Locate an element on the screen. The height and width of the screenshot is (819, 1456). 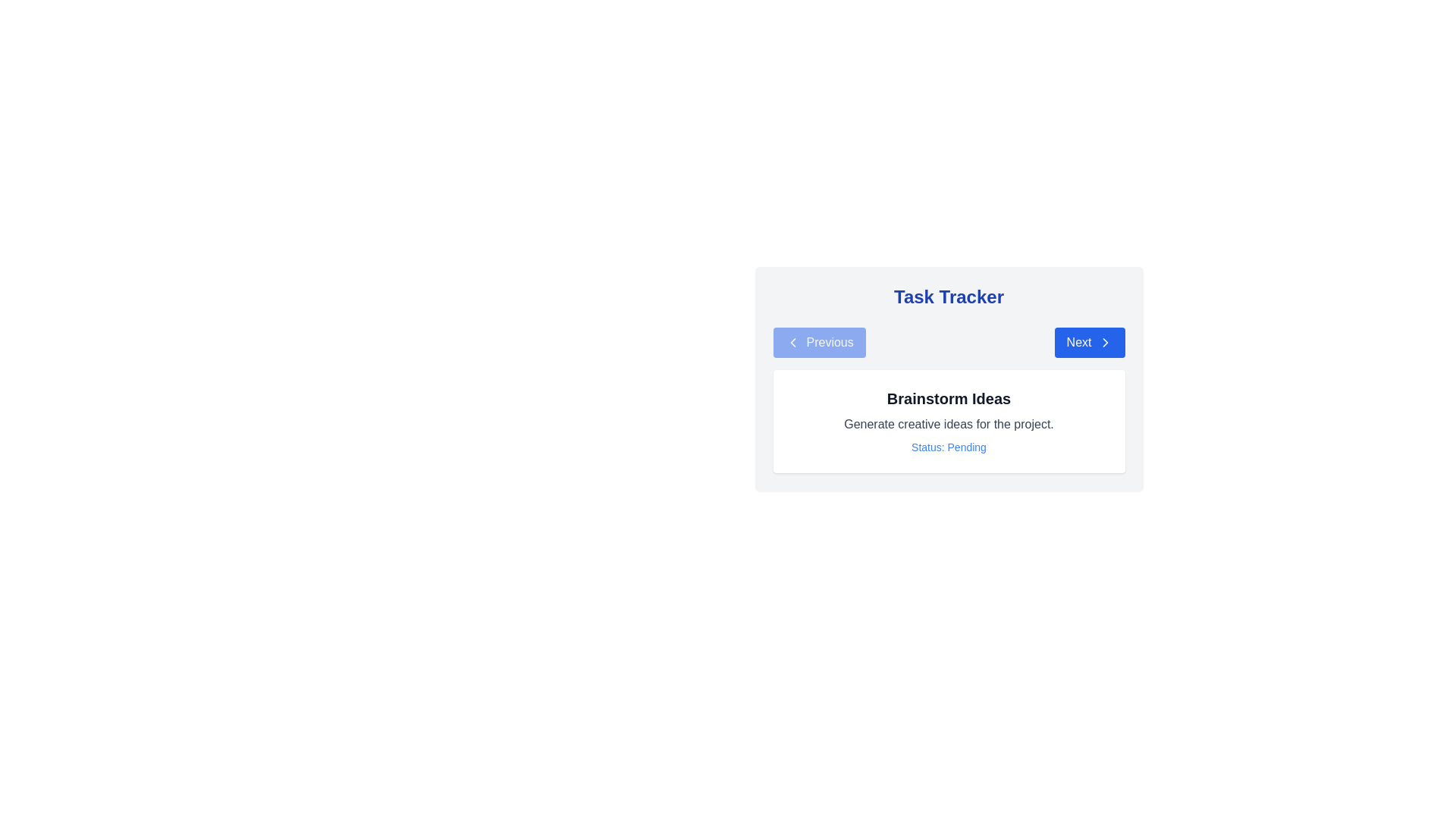
the rightward-pointing arrow icon (chevron) which is part of the 'Next' button located in the top-right section of the 'Task Tracker' card is located at coordinates (1105, 342).